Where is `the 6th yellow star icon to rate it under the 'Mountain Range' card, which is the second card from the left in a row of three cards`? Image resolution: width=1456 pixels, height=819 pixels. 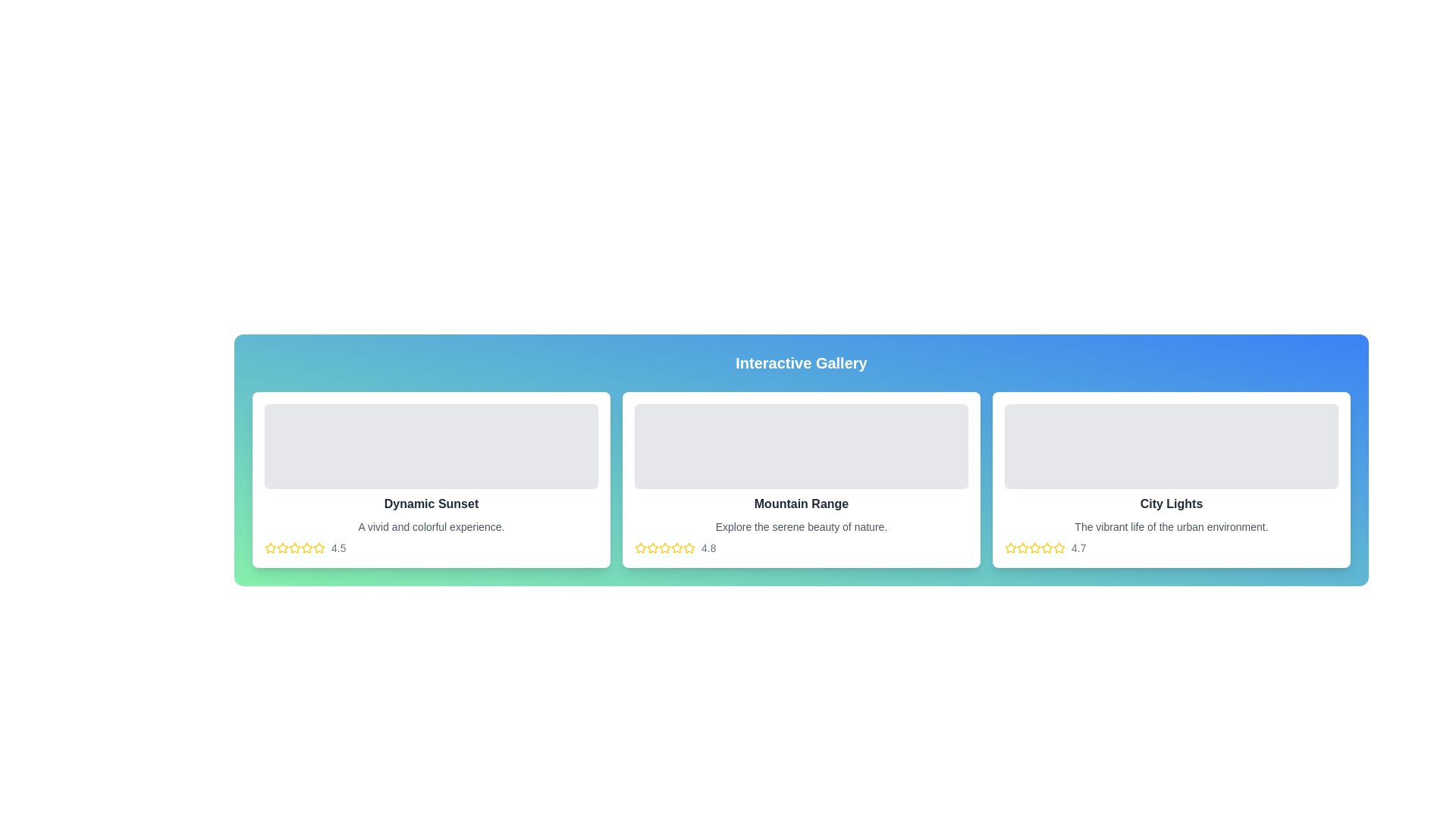
the 6th yellow star icon to rate it under the 'Mountain Range' card, which is the second card from the left in a row of three cards is located at coordinates (676, 548).